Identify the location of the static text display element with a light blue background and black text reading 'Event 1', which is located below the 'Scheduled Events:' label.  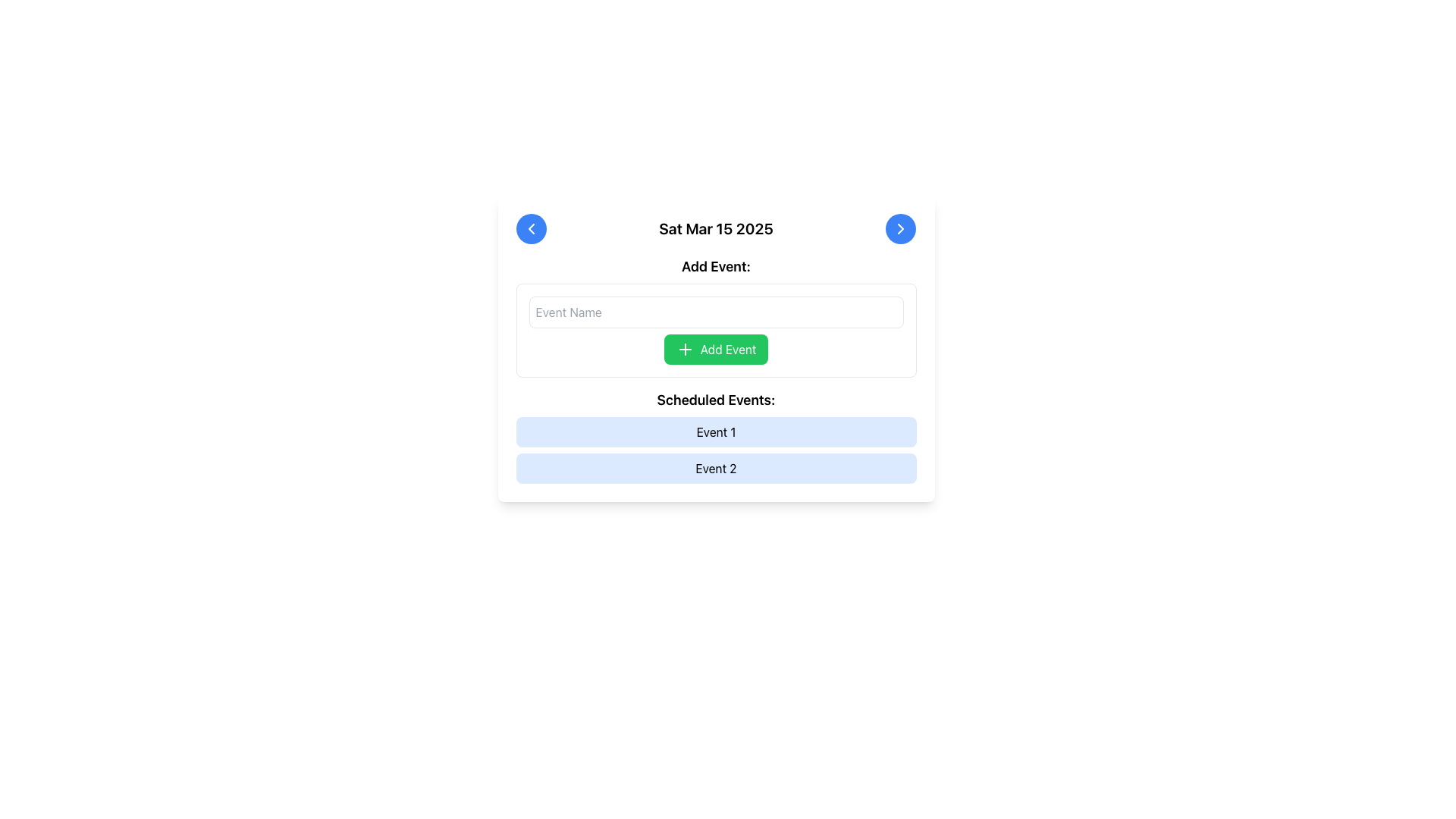
(715, 432).